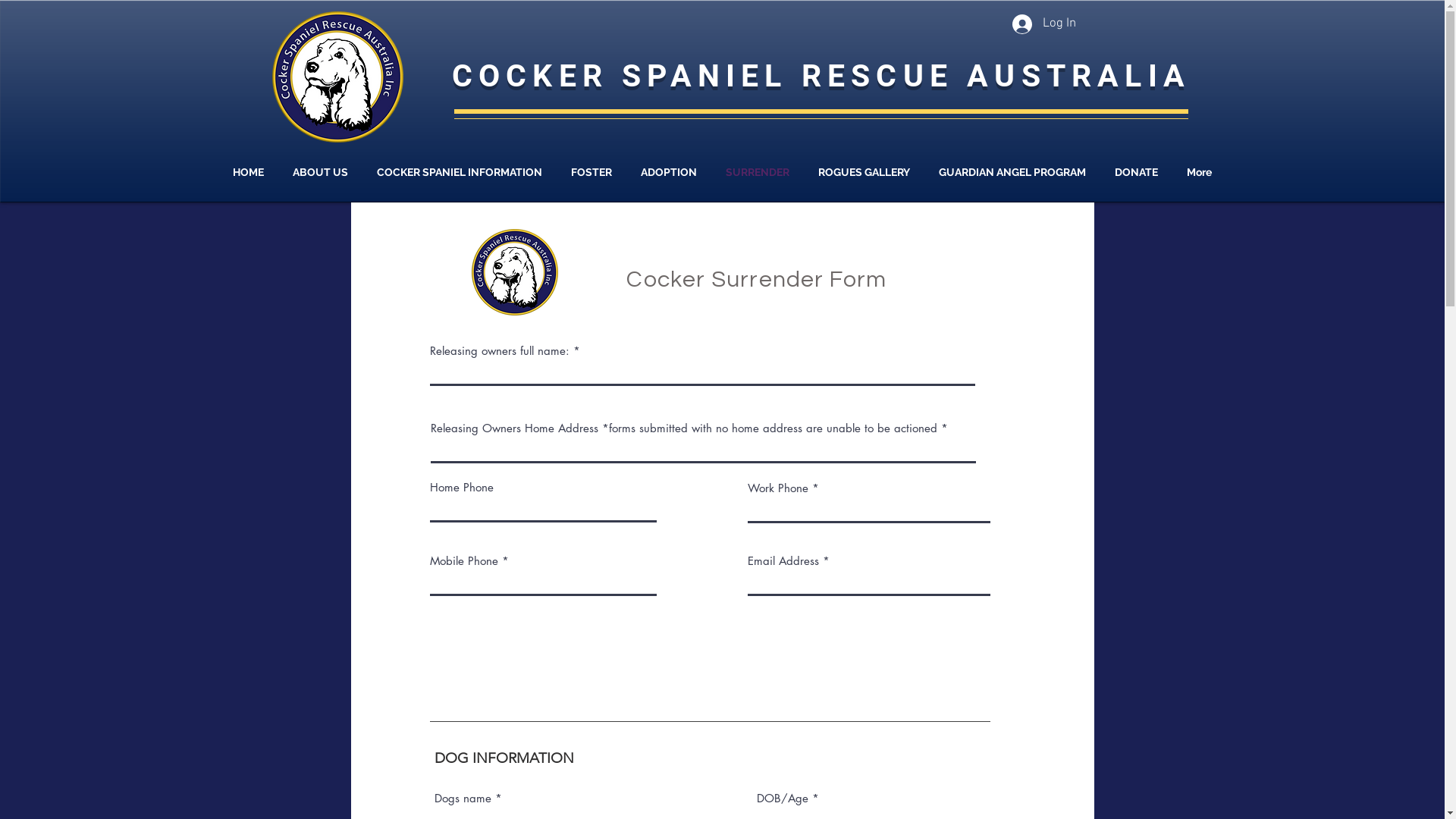  I want to click on 'SURRENDER', so click(757, 171).